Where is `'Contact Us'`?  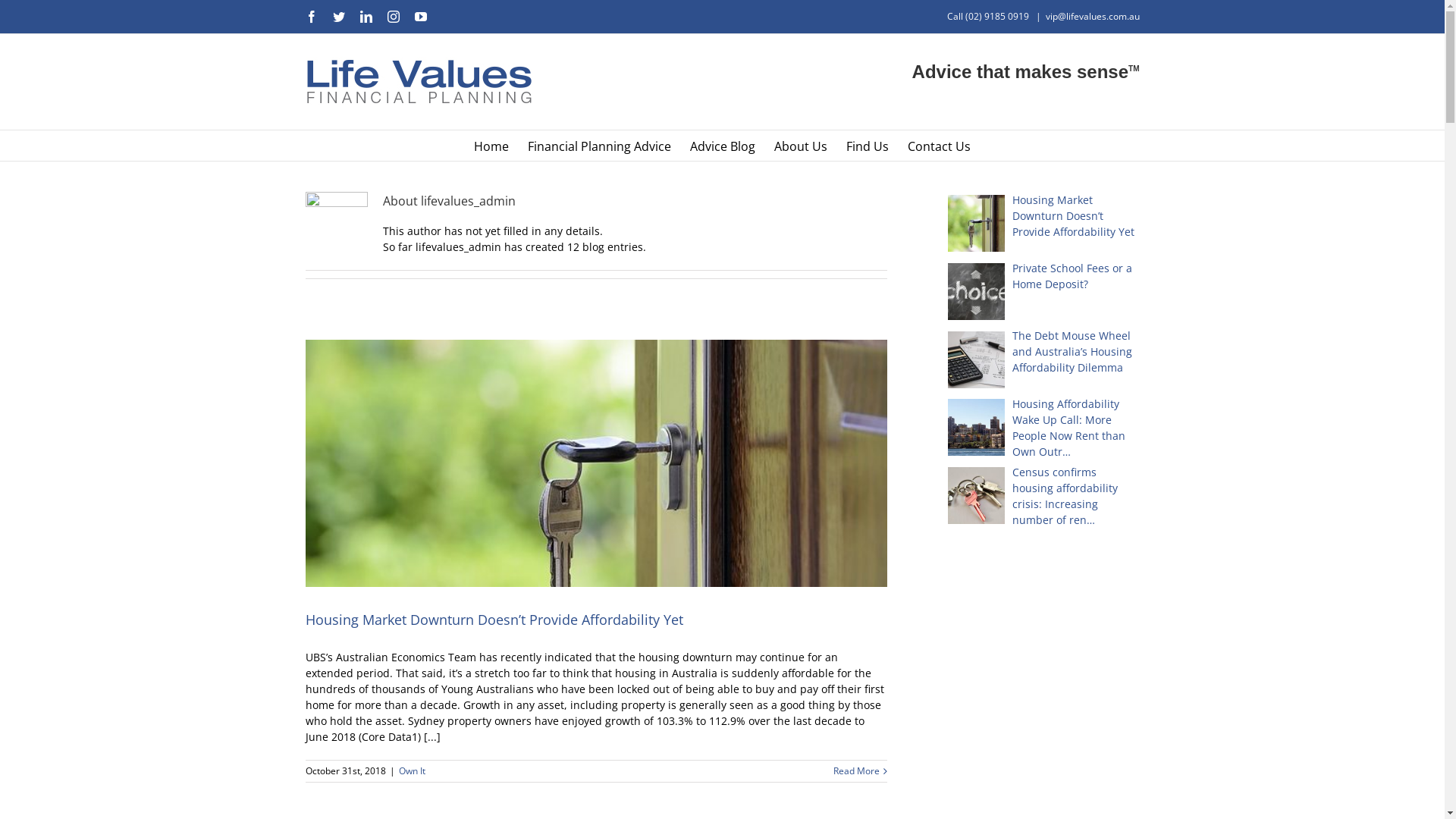 'Contact Us' is located at coordinates (938, 146).